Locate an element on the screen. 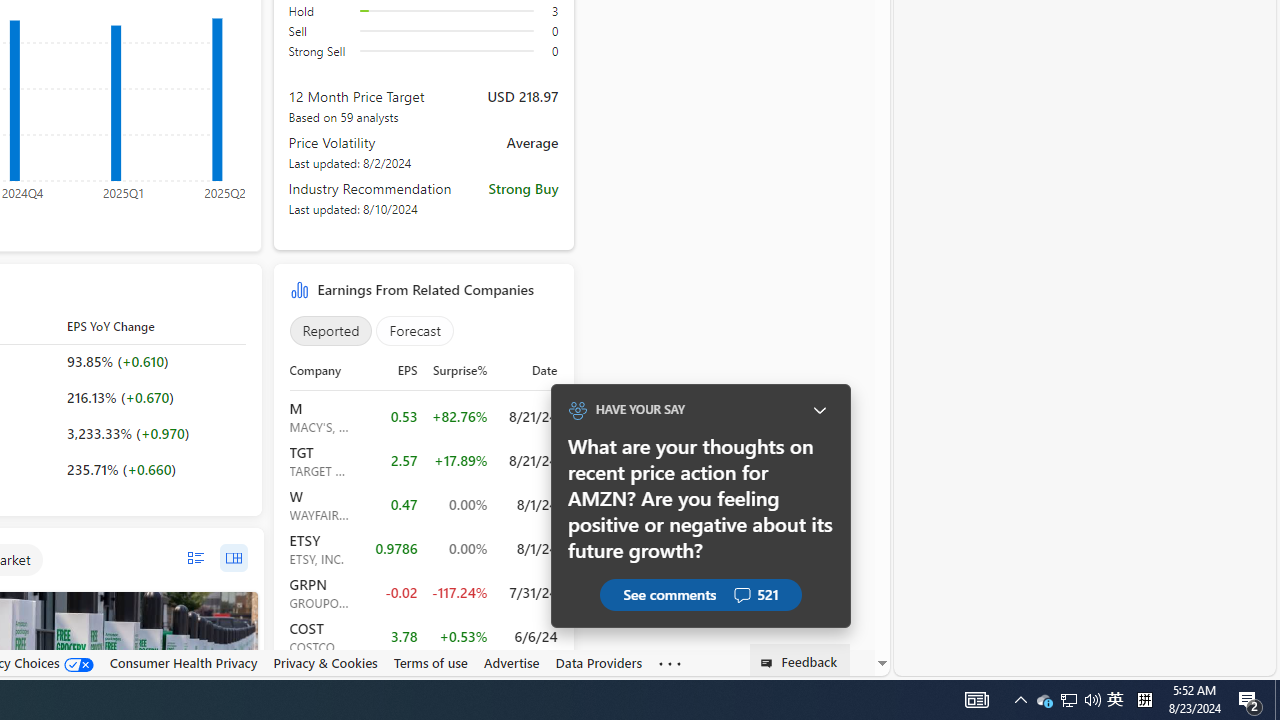  'grid layout' is located at coordinates (233, 558).